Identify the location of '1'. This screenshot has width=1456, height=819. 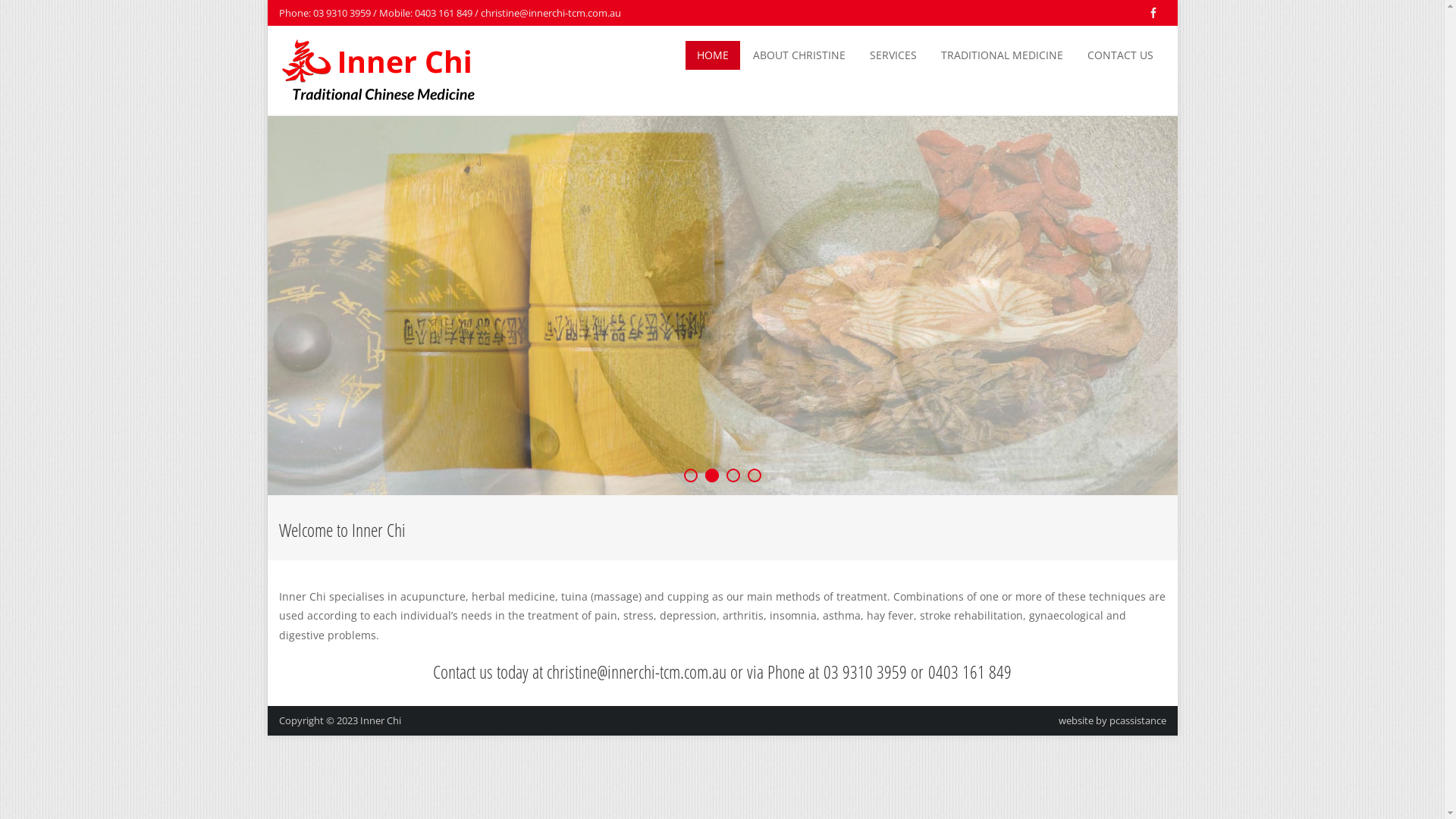
(690, 475).